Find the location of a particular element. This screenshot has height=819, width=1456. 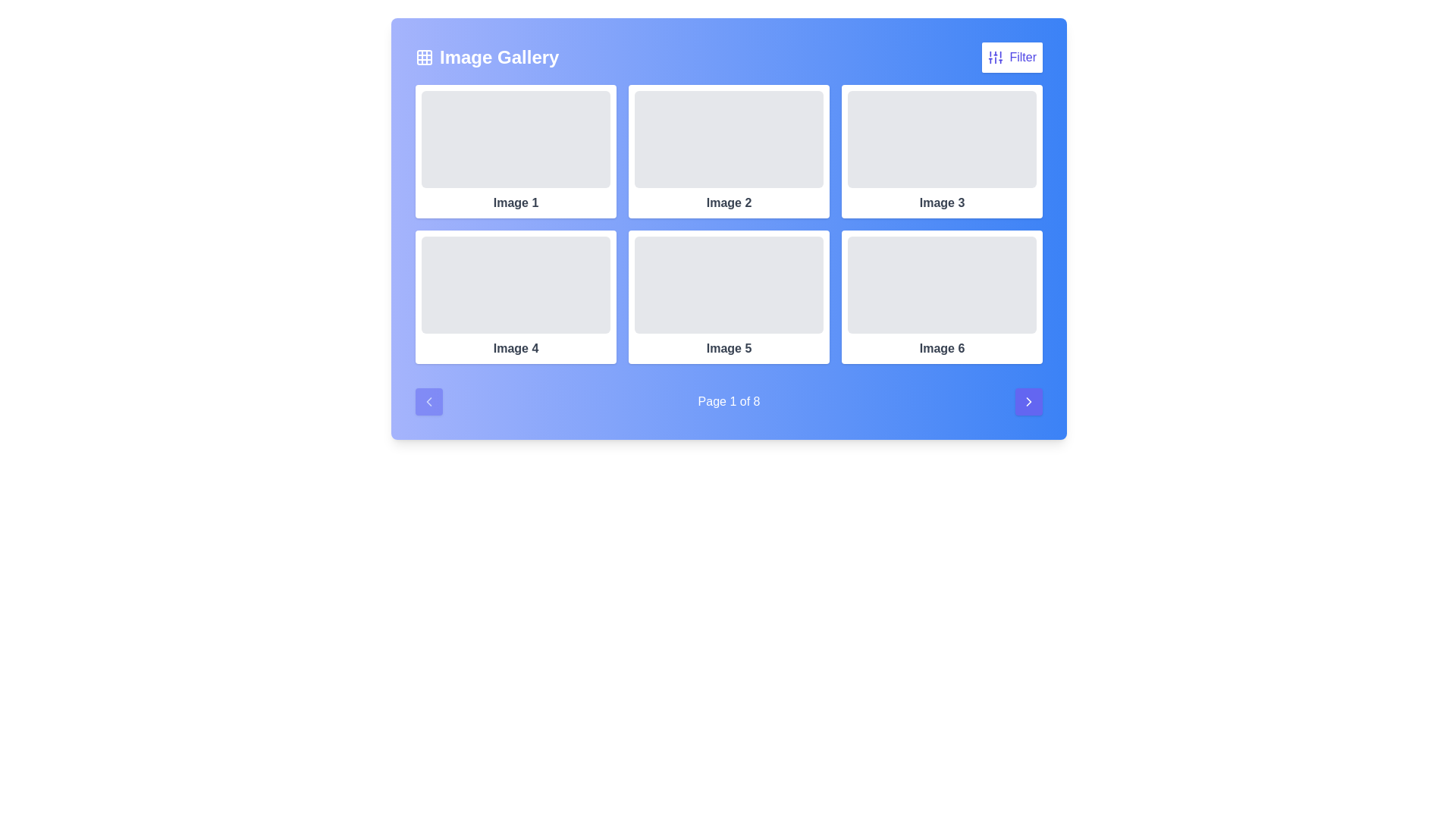

the 'Image Gallery' header section is located at coordinates (729, 57).